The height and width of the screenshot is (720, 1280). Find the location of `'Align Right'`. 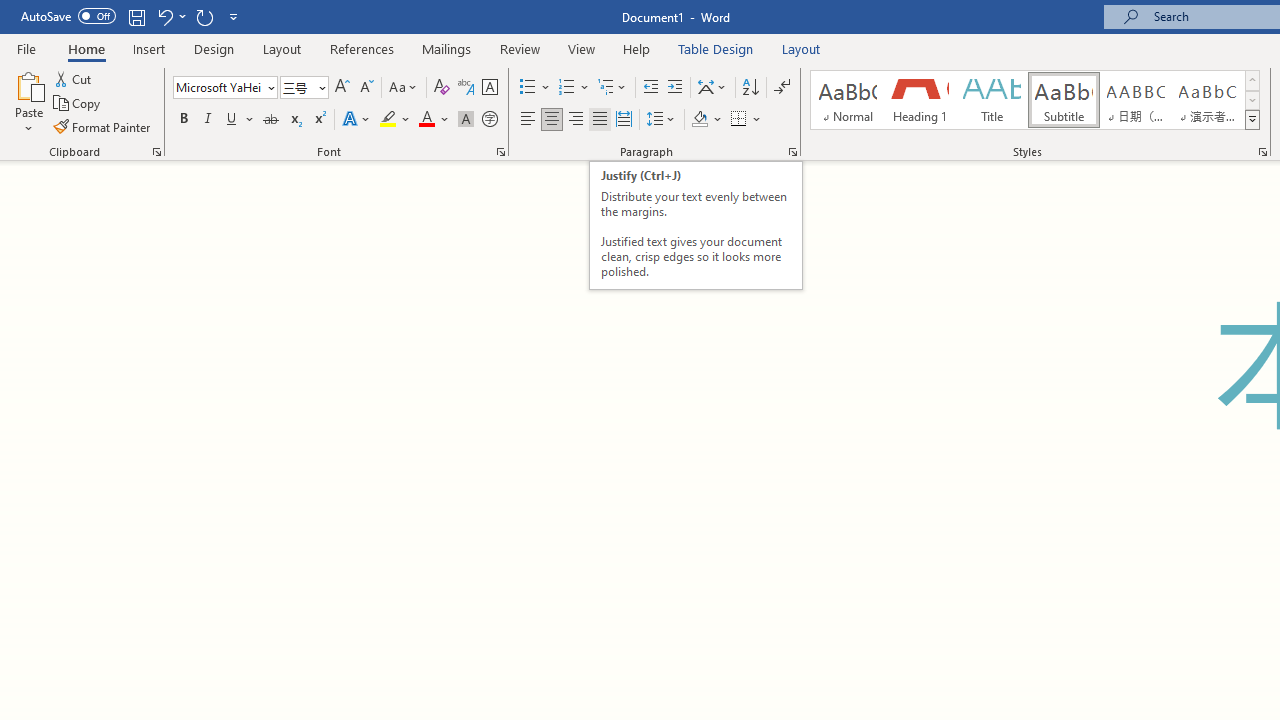

'Align Right' is located at coordinates (575, 119).